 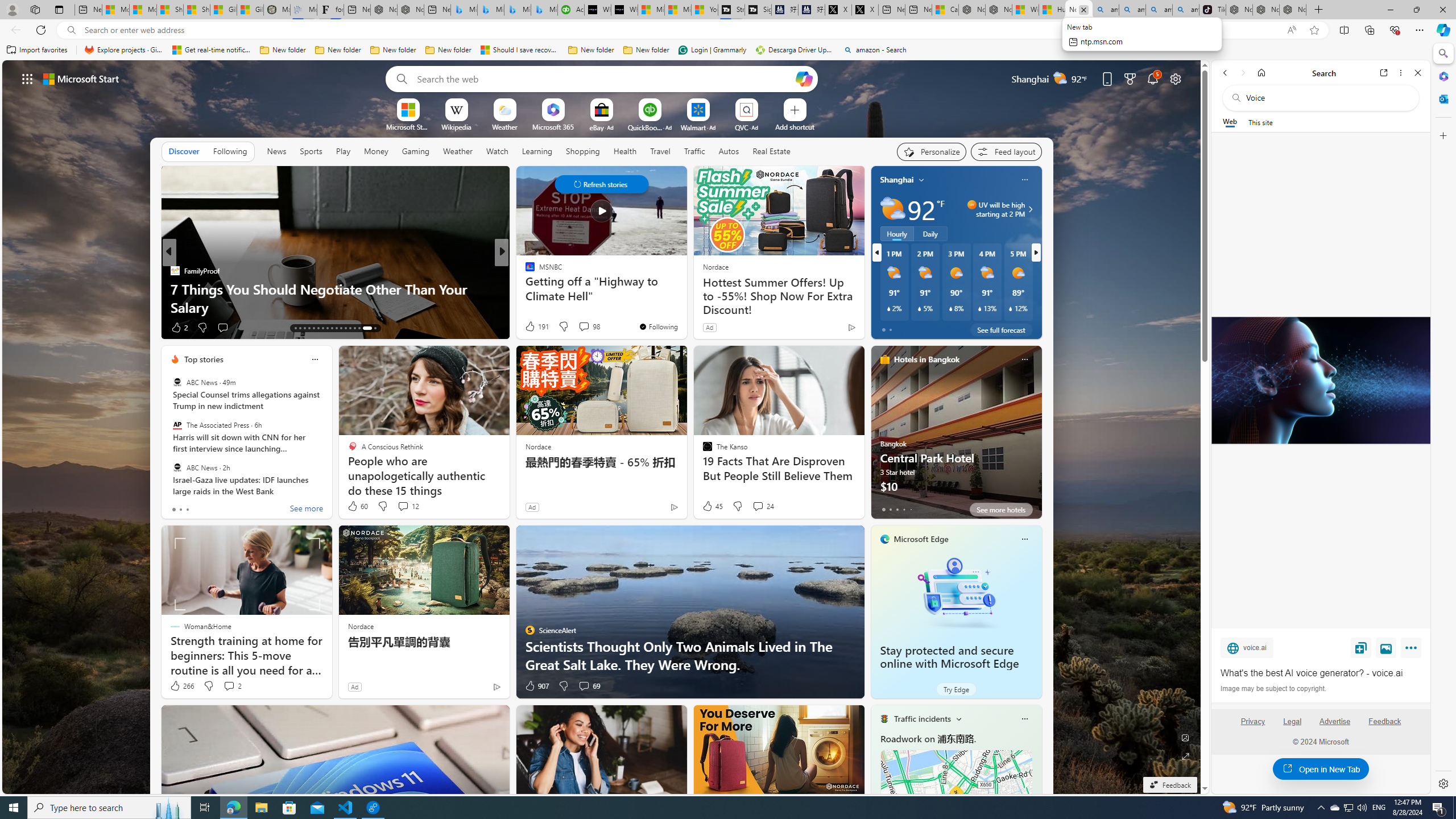 I want to click on 'Edit Background', so click(x=1185, y=737).